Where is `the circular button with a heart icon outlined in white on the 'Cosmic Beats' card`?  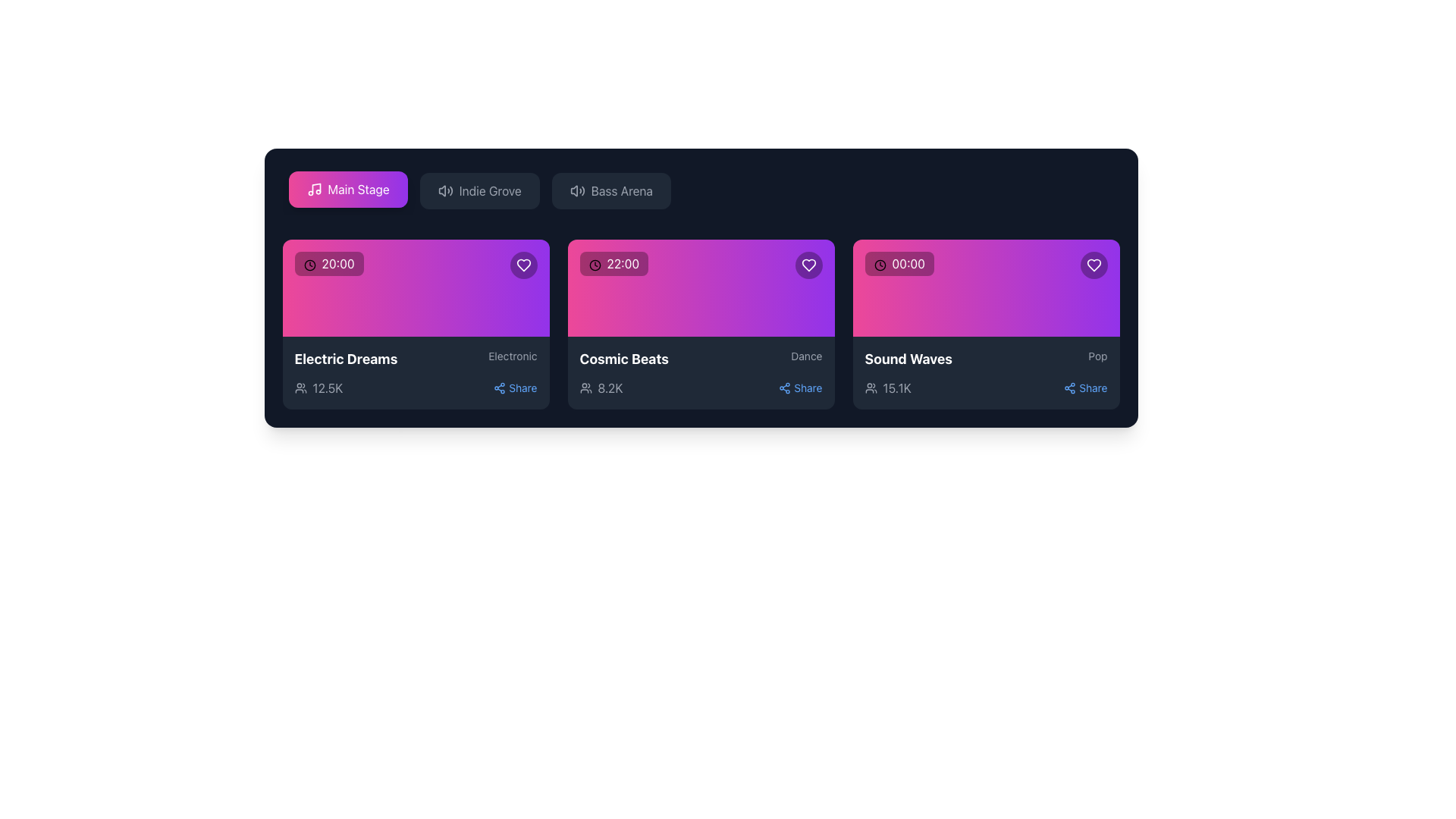
the circular button with a heart icon outlined in white on the 'Cosmic Beats' card is located at coordinates (808, 265).